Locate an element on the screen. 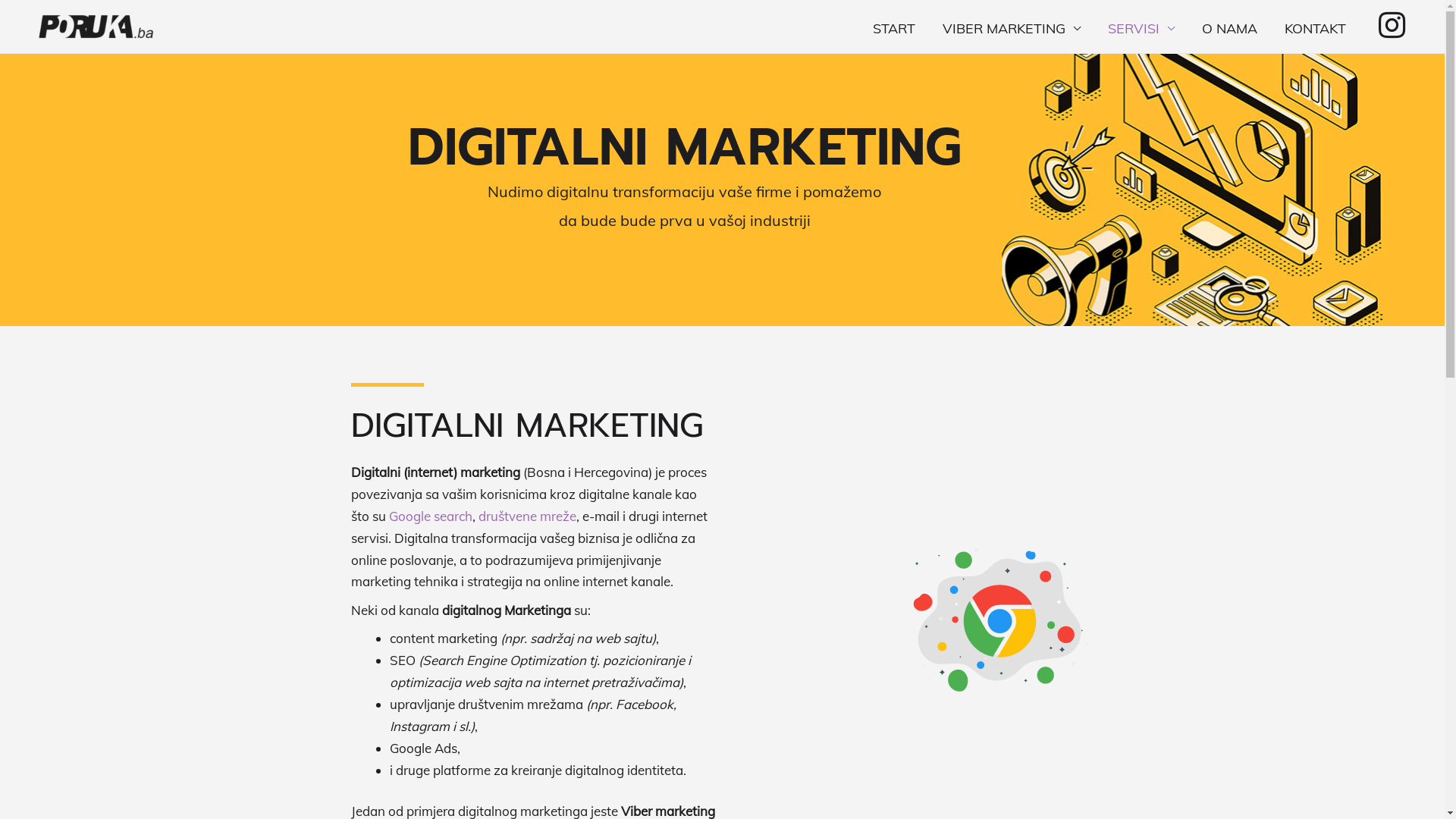 This screenshot has width=1456, height=819. 'p_main_net' is located at coordinates (996, 619).